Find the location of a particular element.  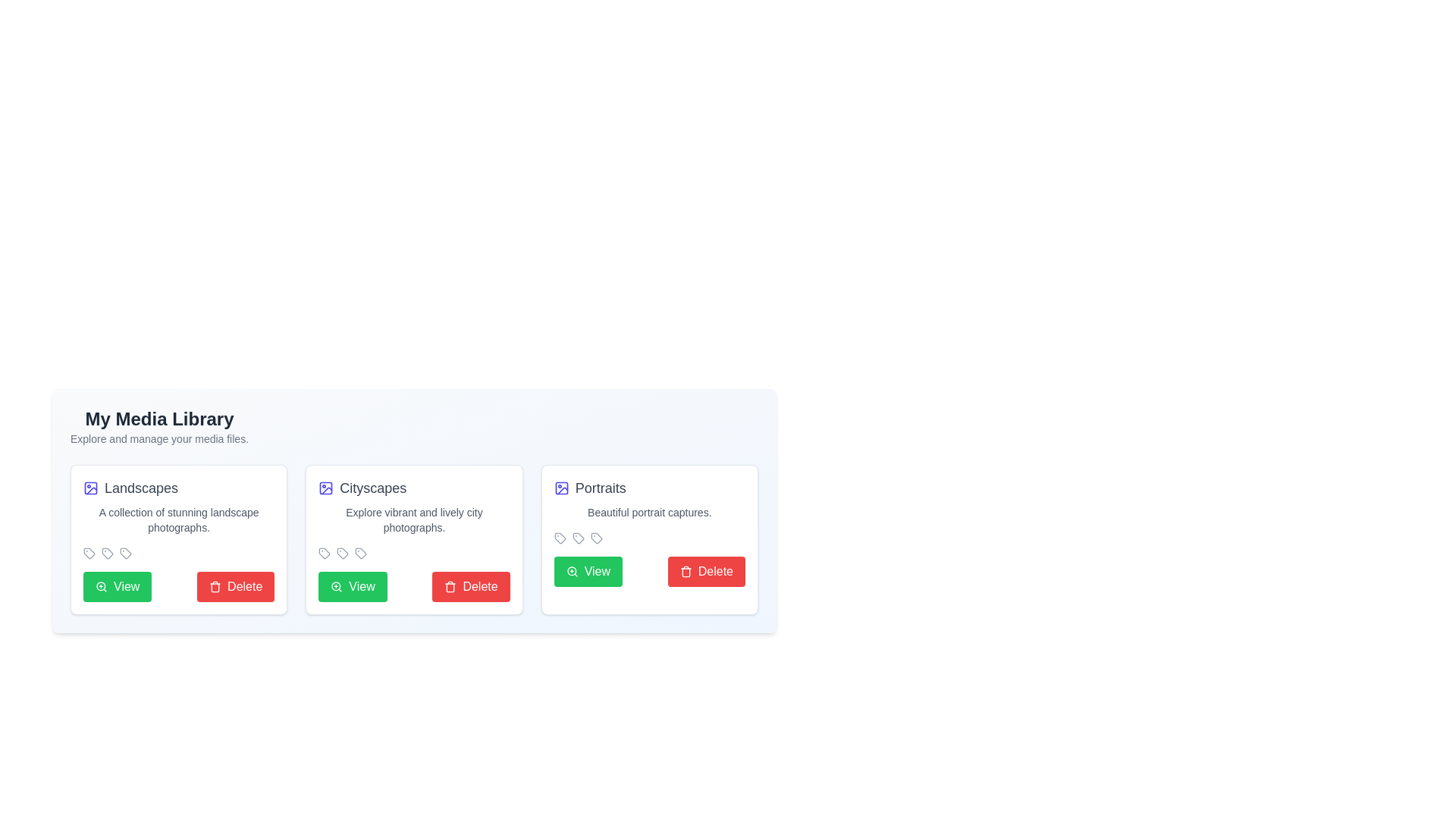

the 'Delete' button, which is the red button with a trash can icon, located in the Button Group within the 'Landscapes' card of the media library is located at coordinates (179, 586).